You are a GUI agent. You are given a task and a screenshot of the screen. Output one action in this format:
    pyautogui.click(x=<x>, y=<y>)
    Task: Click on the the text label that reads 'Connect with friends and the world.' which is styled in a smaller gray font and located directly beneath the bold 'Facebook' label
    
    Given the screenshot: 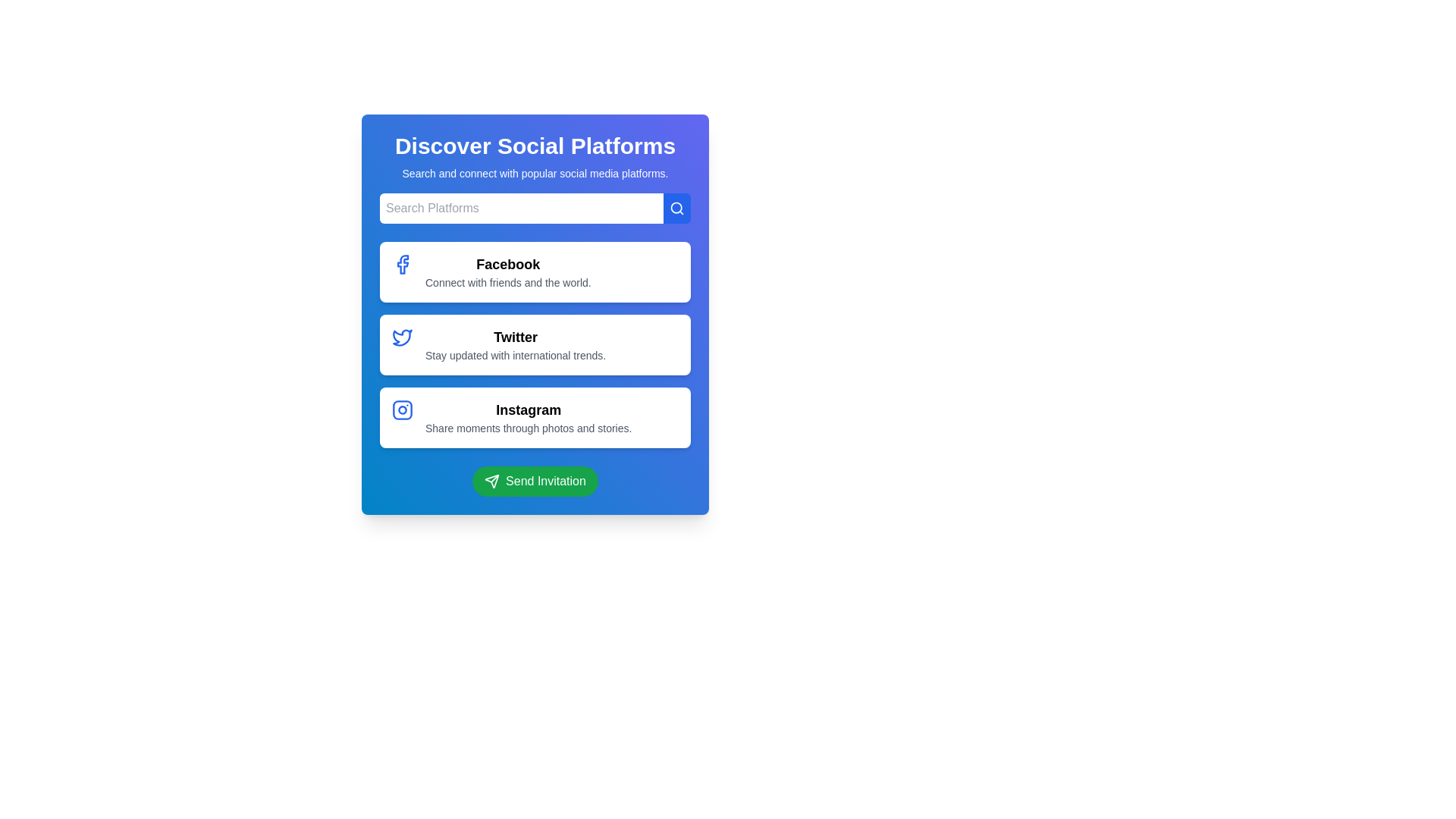 What is the action you would take?
    pyautogui.click(x=508, y=283)
    